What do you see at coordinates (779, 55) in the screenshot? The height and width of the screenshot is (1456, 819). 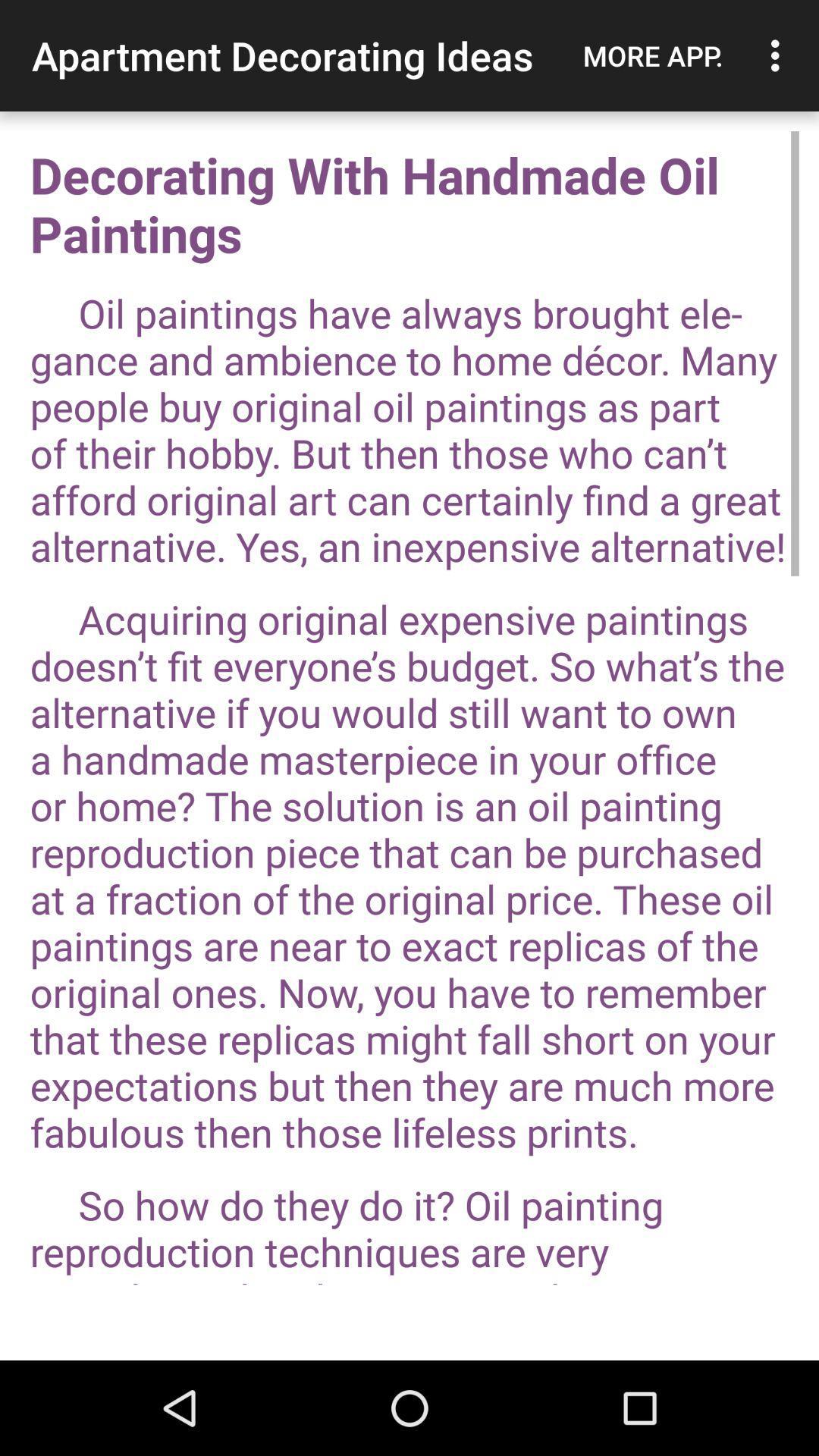 I see `the icon to the right of the more app. item` at bounding box center [779, 55].